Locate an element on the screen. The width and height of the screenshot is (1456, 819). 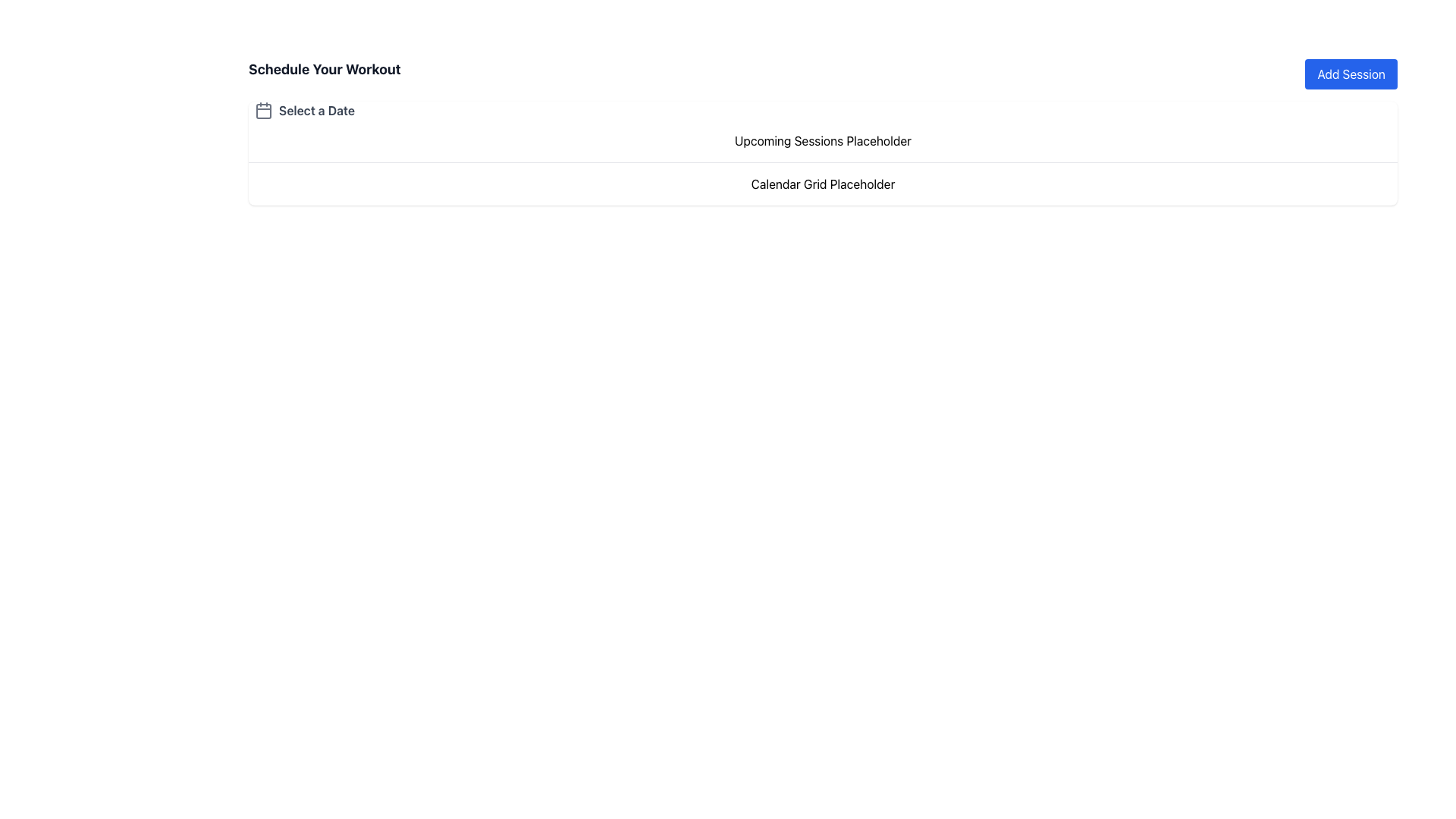
the Text Display element containing the text 'Upcoming Sessions Placeholder', which is prominently positioned above the 'Calendar Grid Placeholder' is located at coordinates (822, 140).